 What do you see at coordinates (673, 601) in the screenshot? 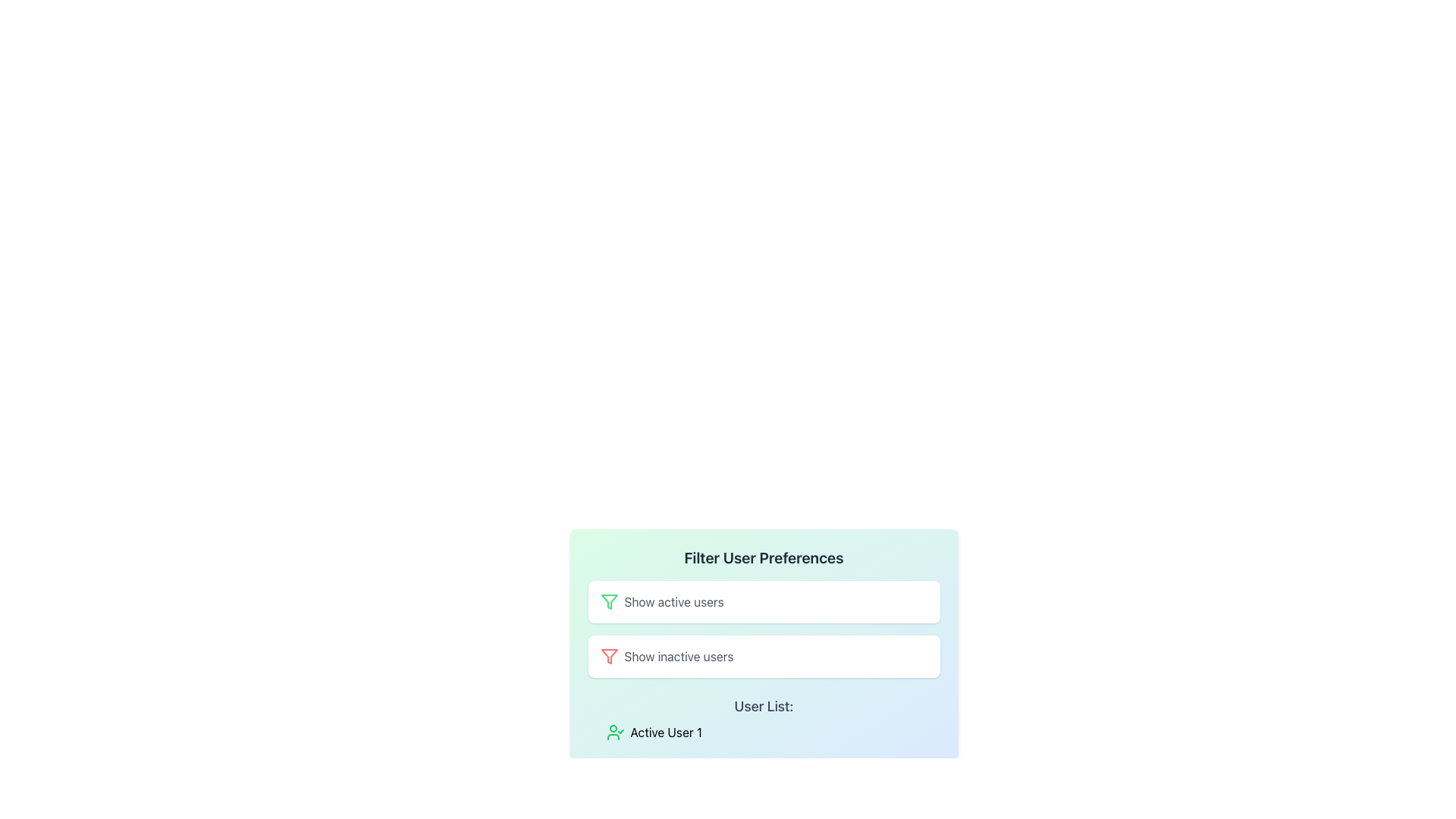
I see `'Show active users' label located in the top portion of the 'Filter User Preferences' panel to understand its function` at bounding box center [673, 601].